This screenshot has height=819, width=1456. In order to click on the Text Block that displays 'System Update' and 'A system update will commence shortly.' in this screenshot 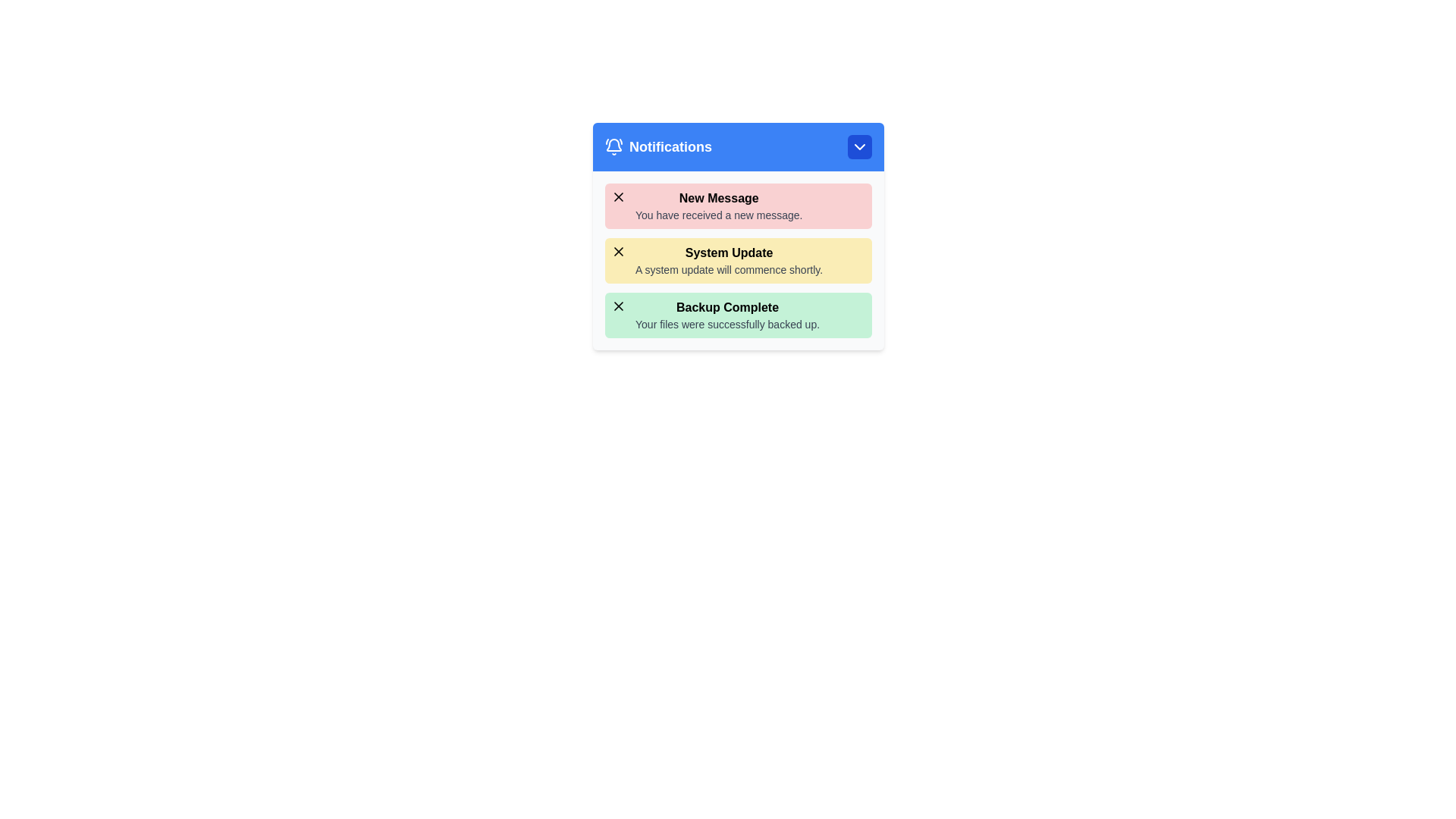, I will do `click(729, 259)`.